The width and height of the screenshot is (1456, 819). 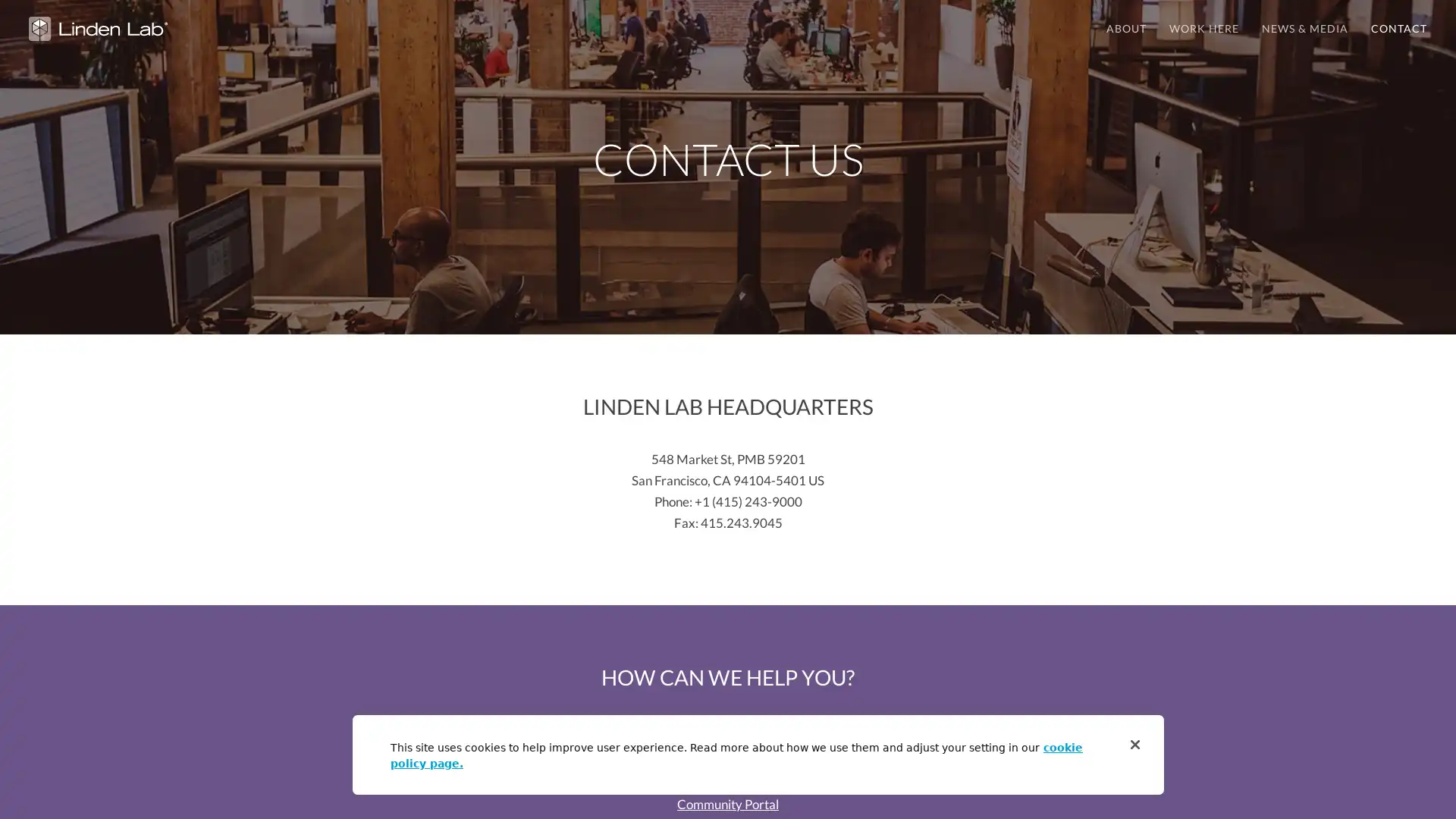 What do you see at coordinates (1135, 744) in the screenshot?
I see `Close` at bounding box center [1135, 744].